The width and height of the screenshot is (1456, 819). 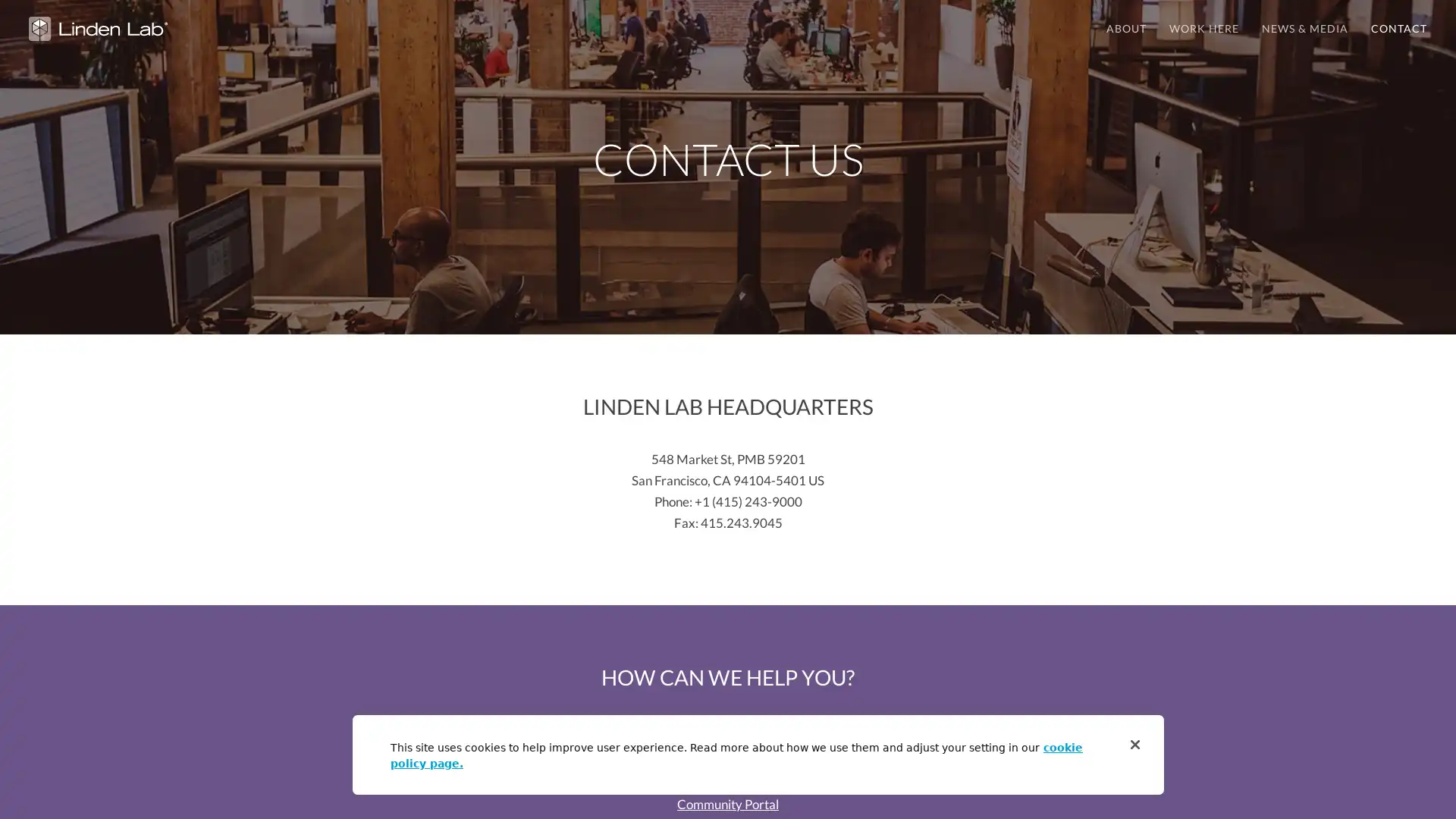 What do you see at coordinates (1135, 744) in the screenshot?
I see `Close` at bounding box center [1135, 744].